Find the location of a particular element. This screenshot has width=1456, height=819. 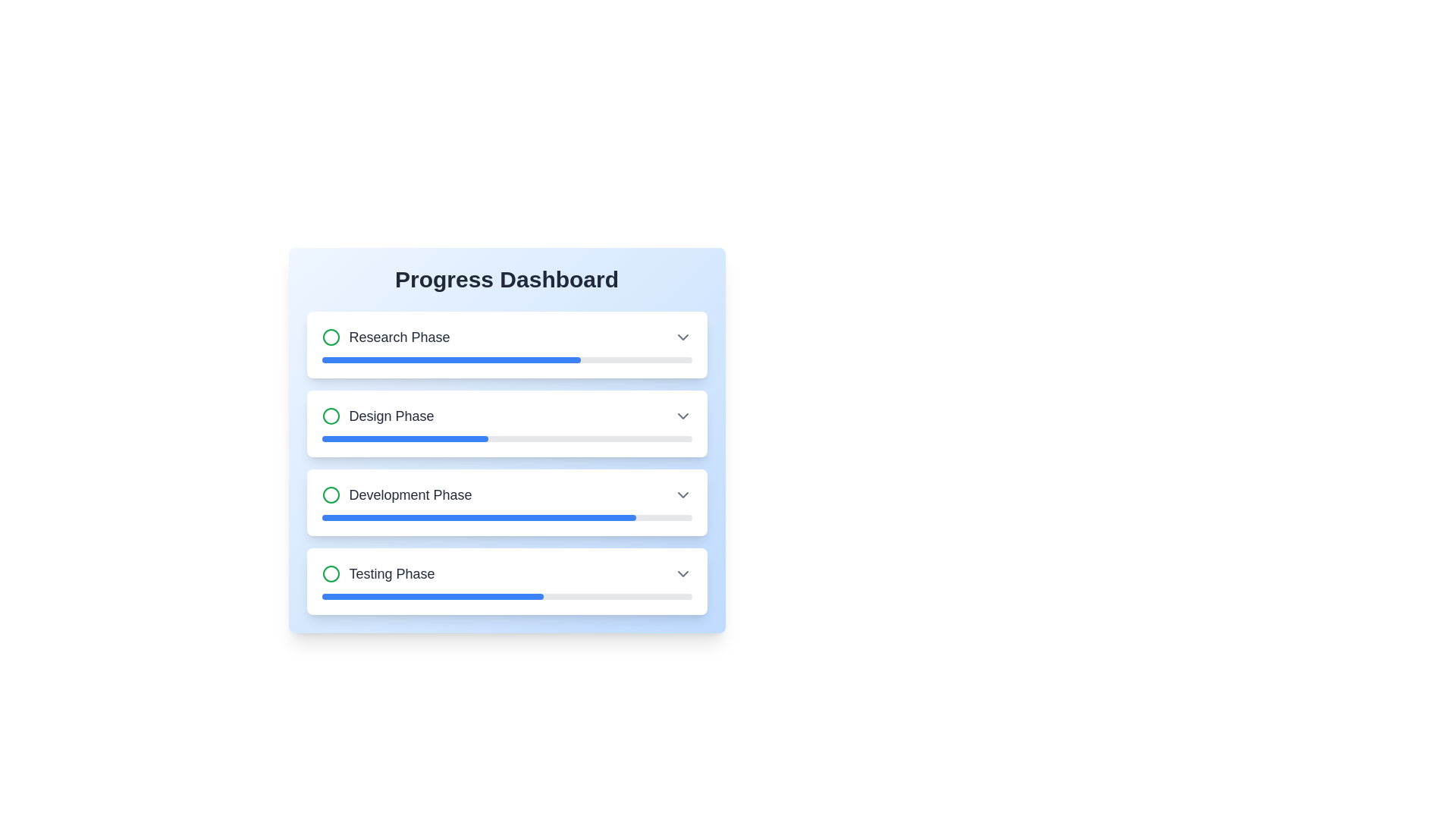

text of the Header or Title located at the top of the section that indicates the purpose of the content below it, which is related to tracking progress is located at coordinates (507, 280).